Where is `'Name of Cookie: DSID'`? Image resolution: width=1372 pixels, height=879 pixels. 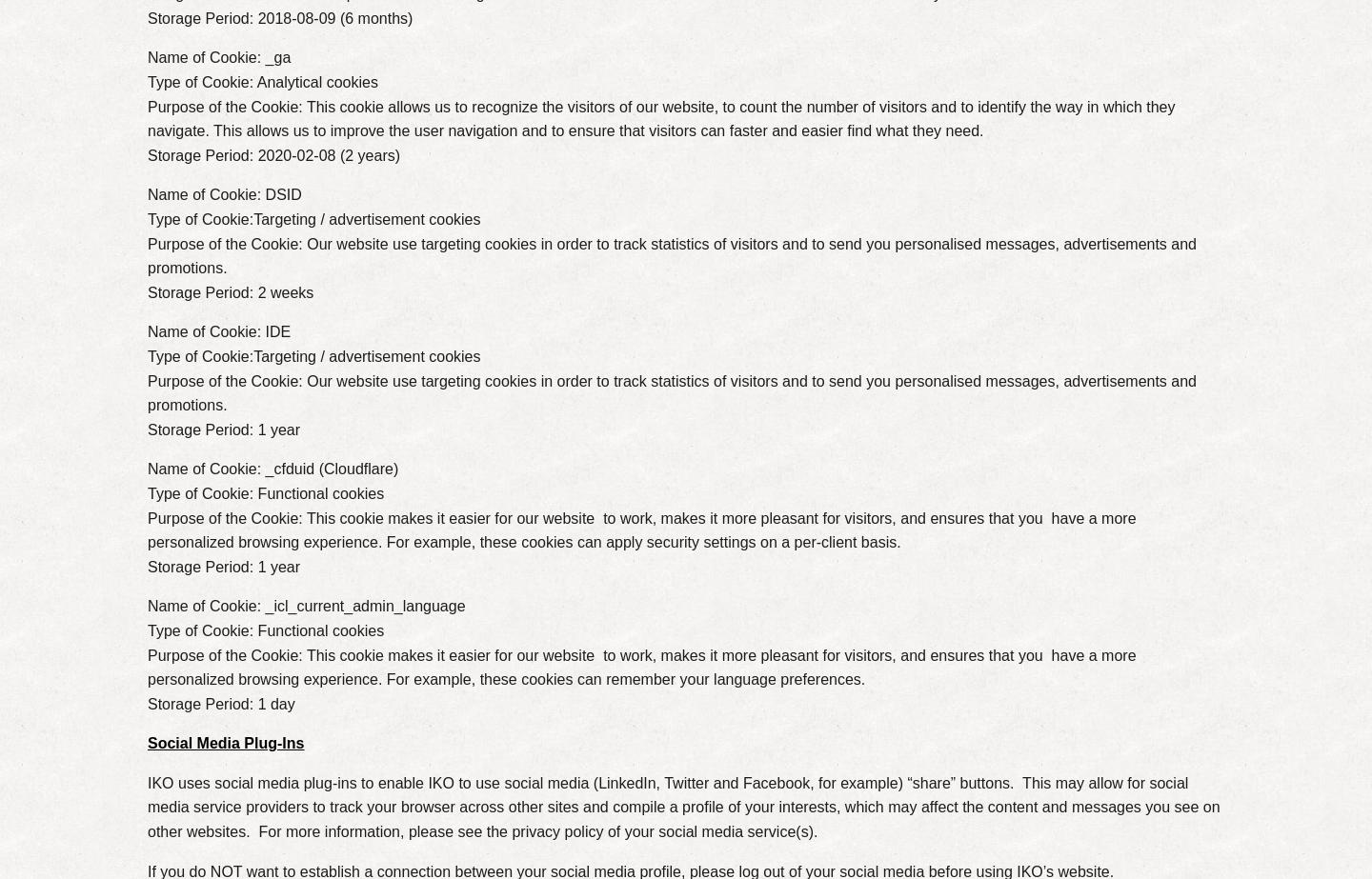
'Name of Cookie: DSID' is located at coordinates (224, 194).